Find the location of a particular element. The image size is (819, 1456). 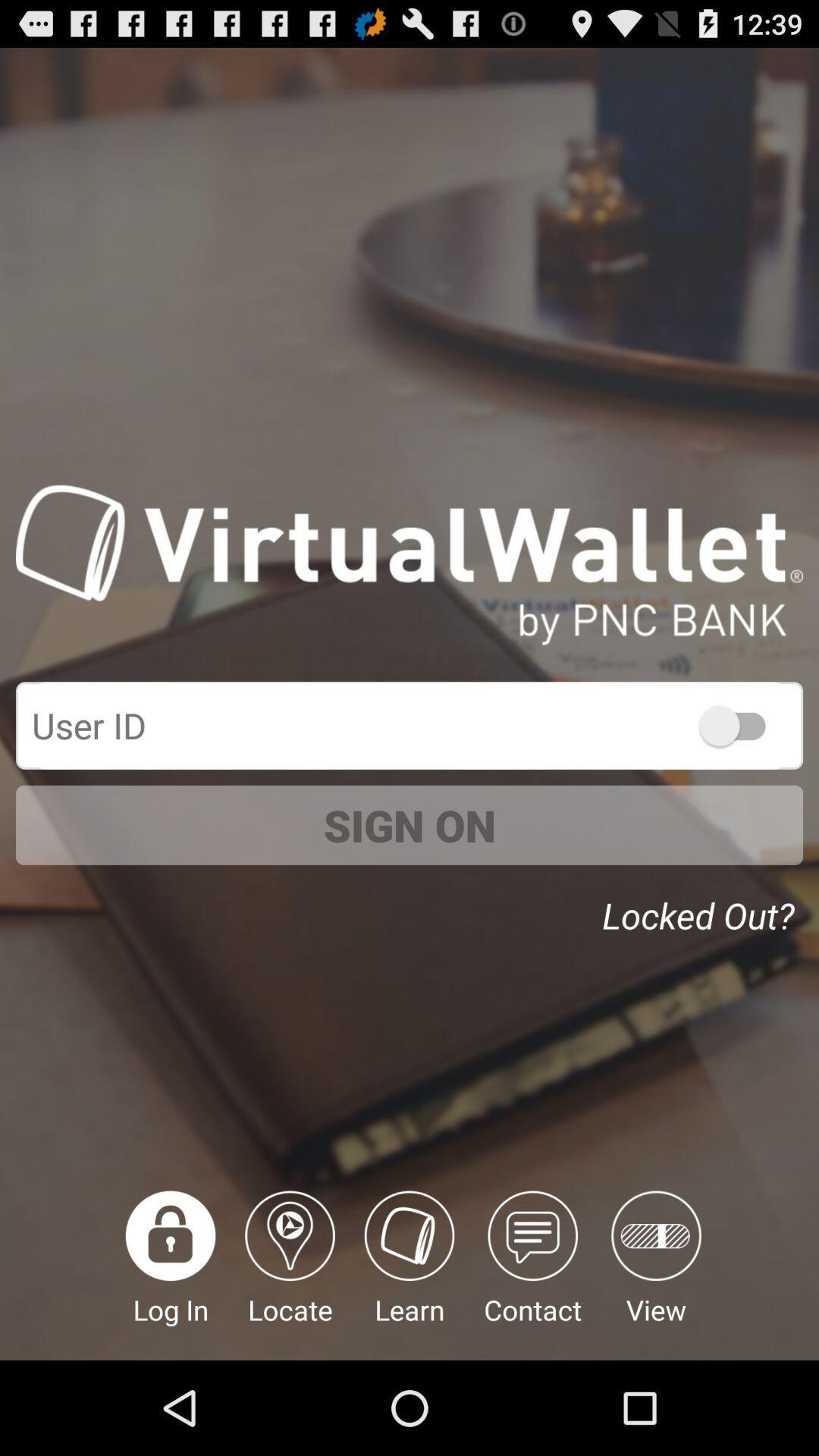

locate is located at coordinates (290, 1275).